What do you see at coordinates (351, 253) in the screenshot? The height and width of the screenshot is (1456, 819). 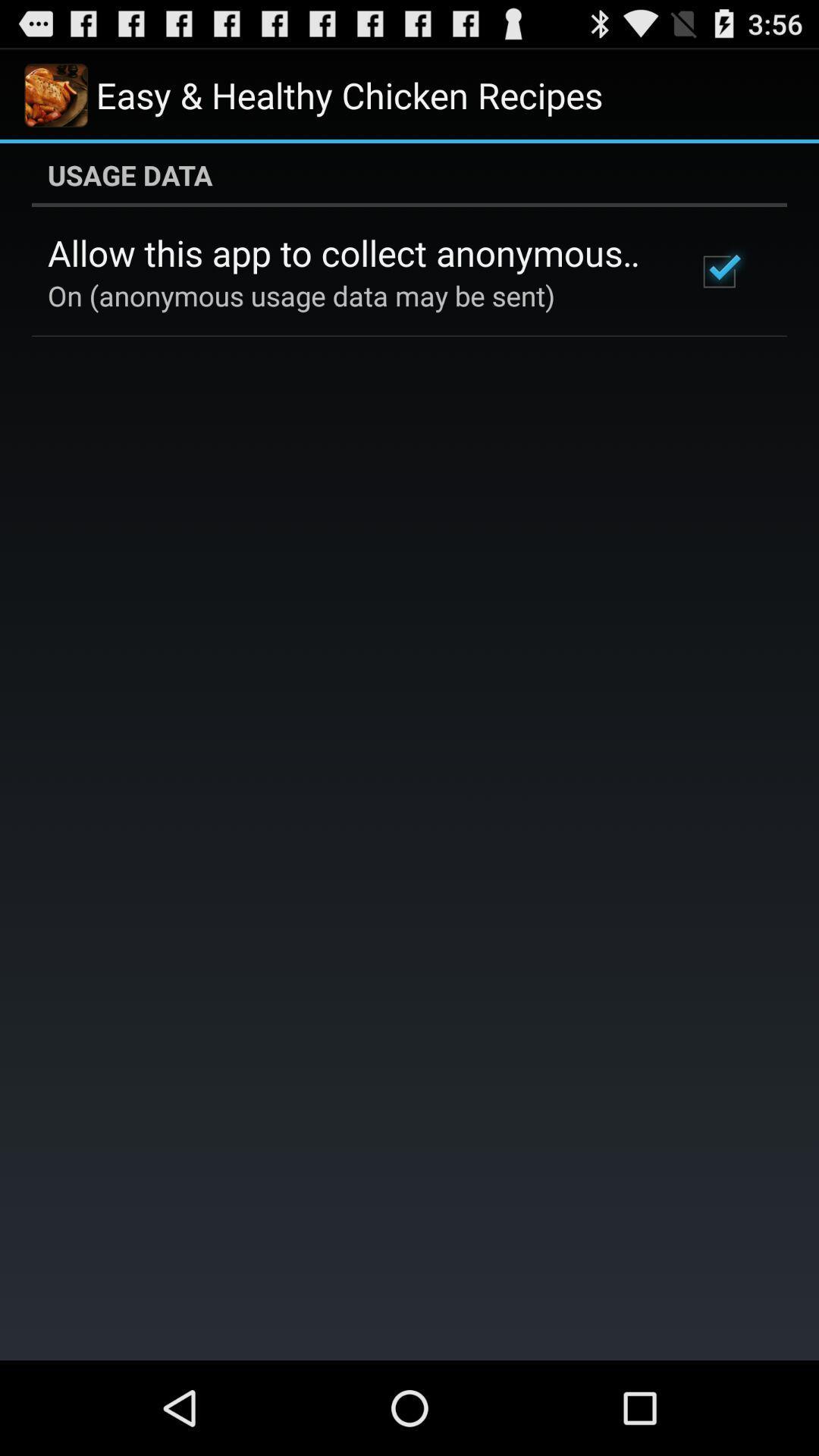 I see `the allow this app item` at bounding box center [351, 253].